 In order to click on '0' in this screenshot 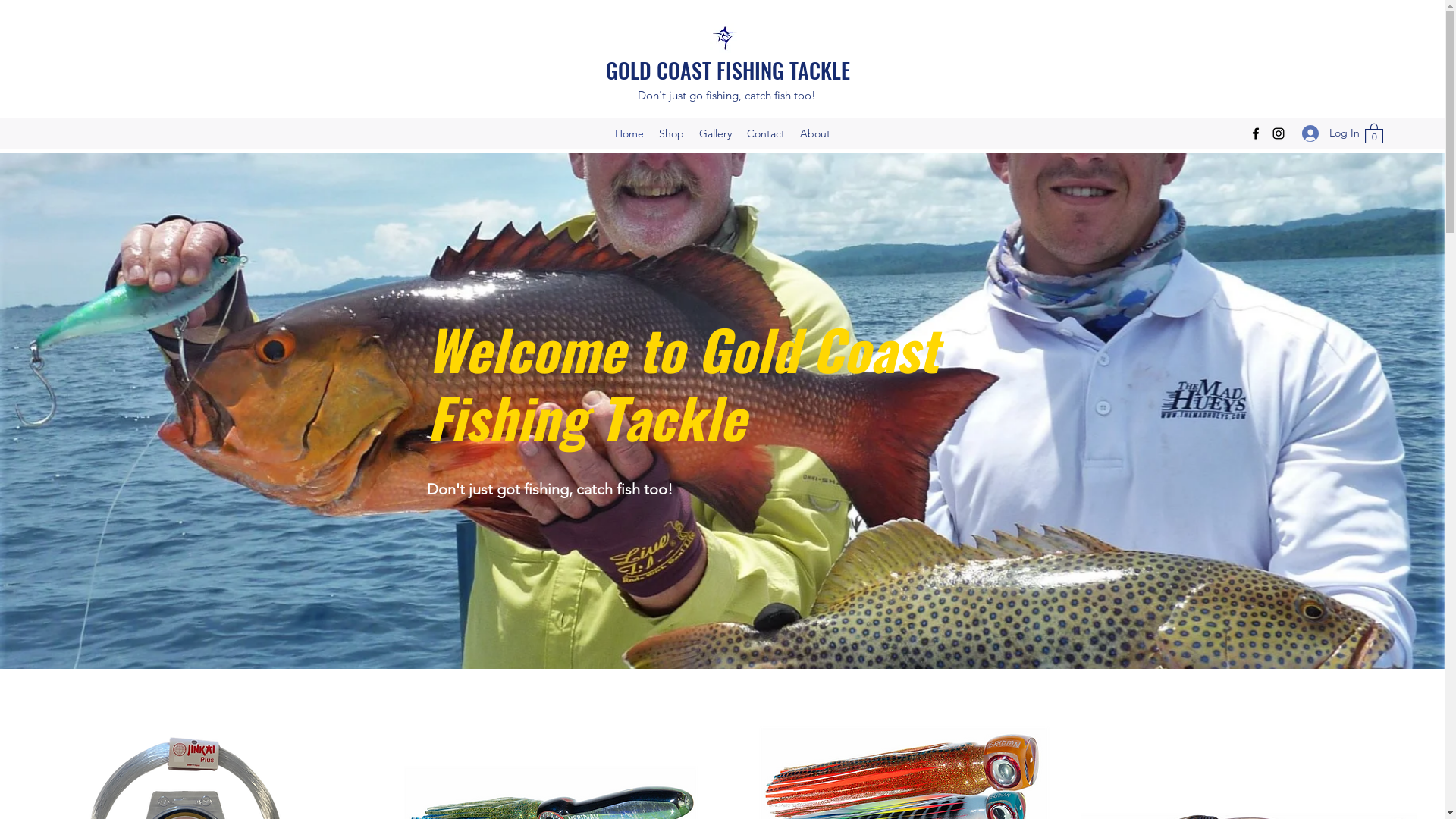, I will do `click(1373, 132)`.